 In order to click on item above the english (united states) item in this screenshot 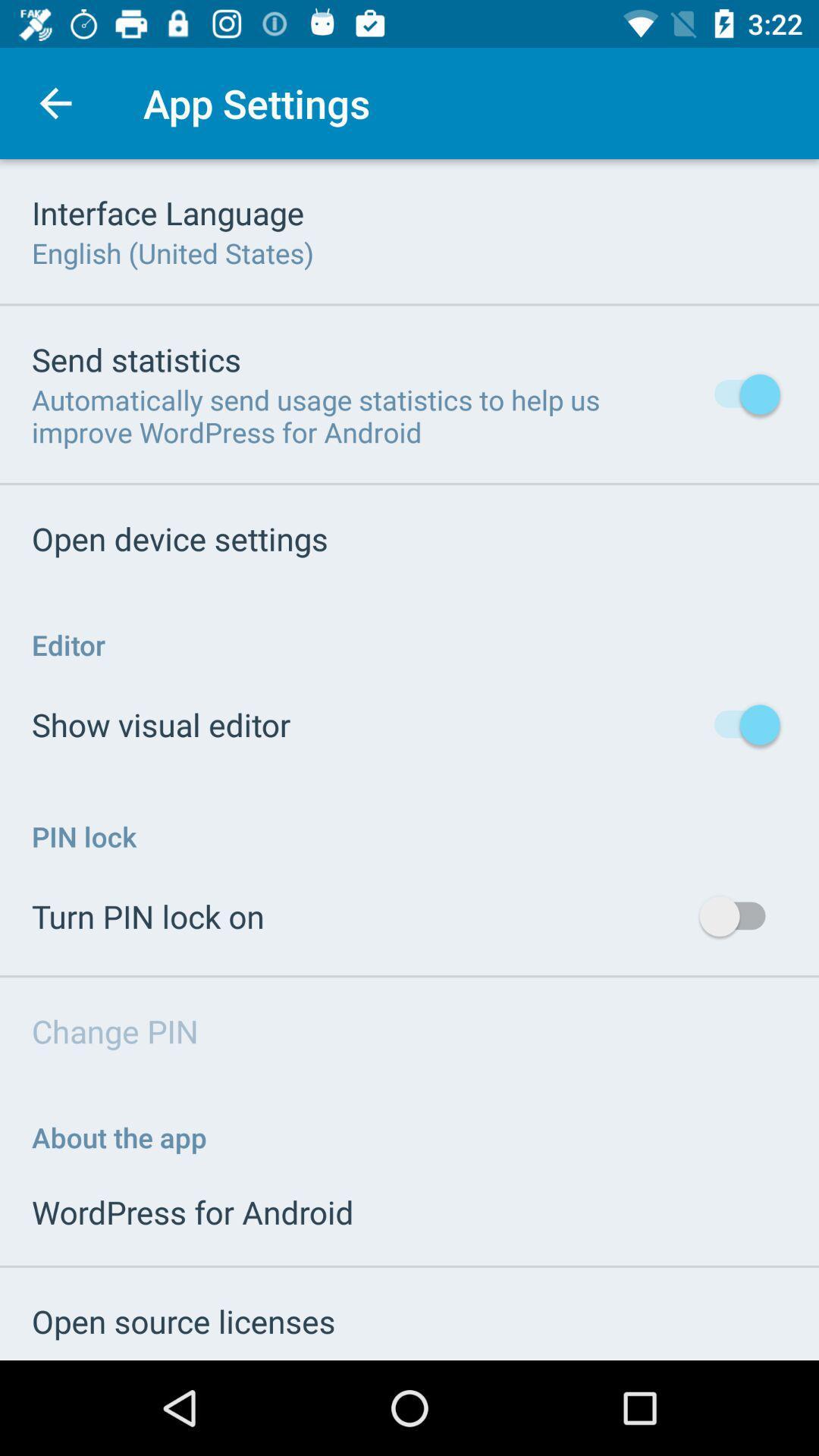, I will do `click(168, 212)`.